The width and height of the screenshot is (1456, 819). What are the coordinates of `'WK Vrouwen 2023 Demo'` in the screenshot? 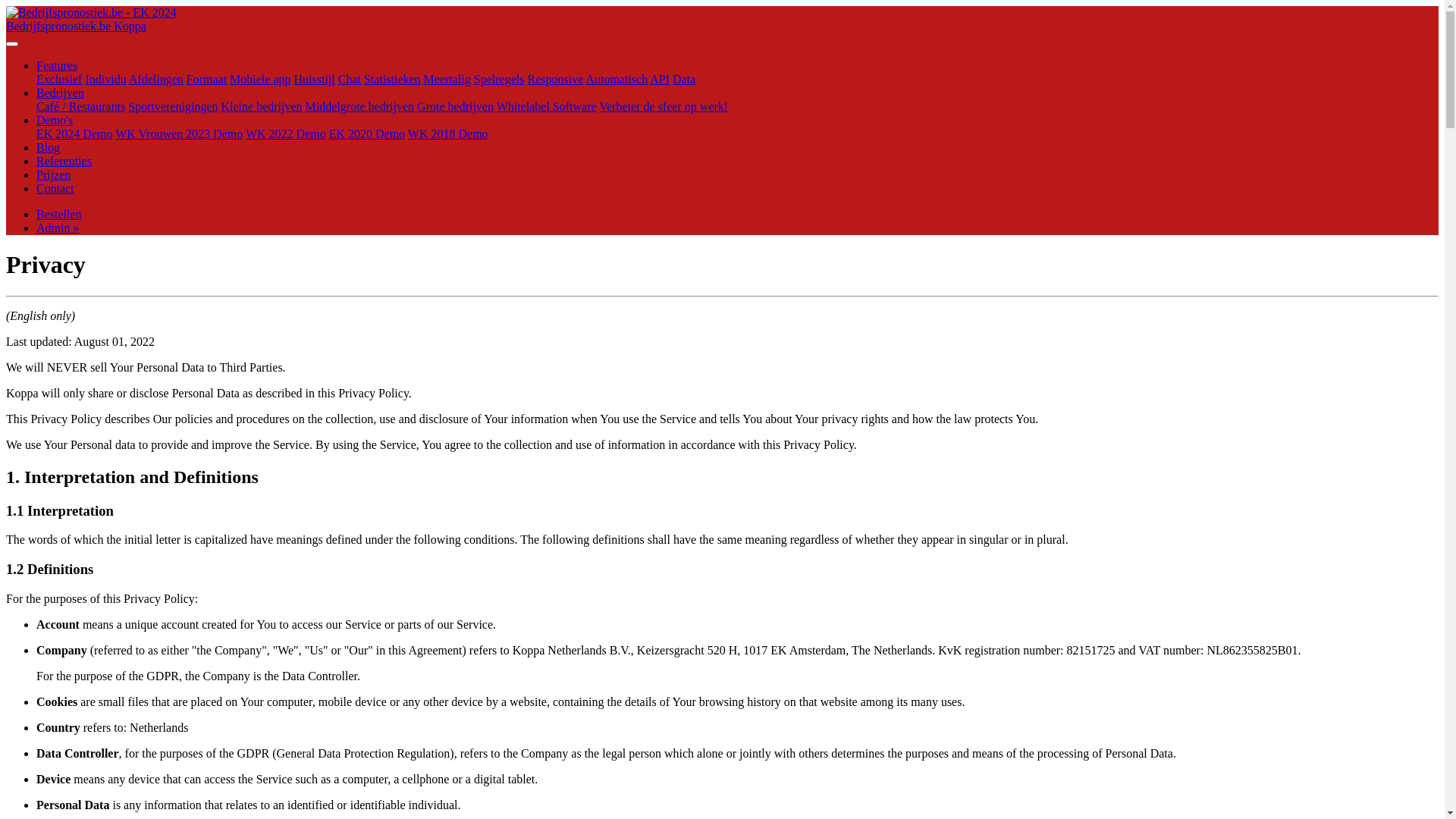 It's located at (178, 133).